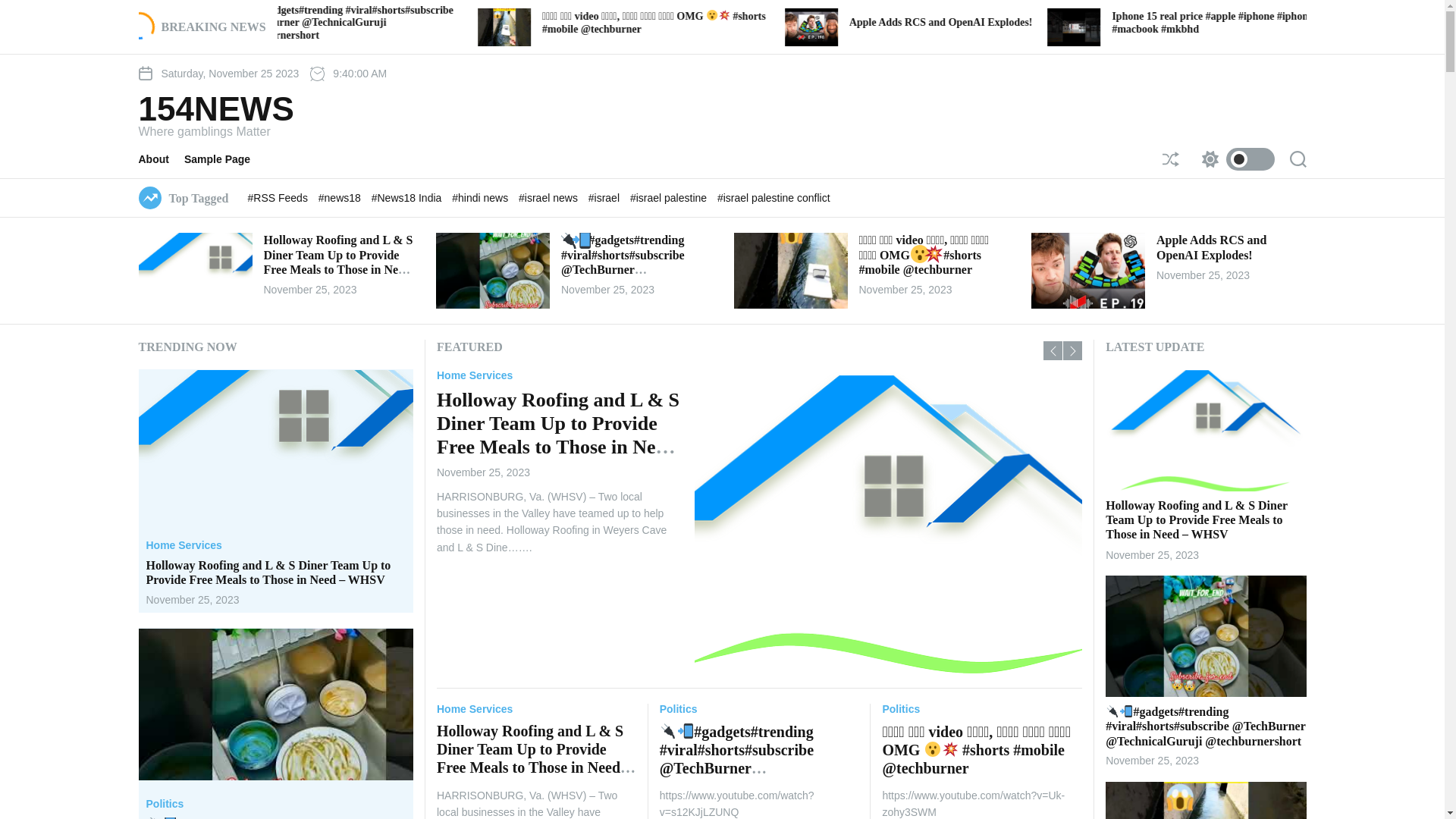 The width and height of the screenshot is (1456, 819). I want to click on '#News18 India', so click(408, 197).